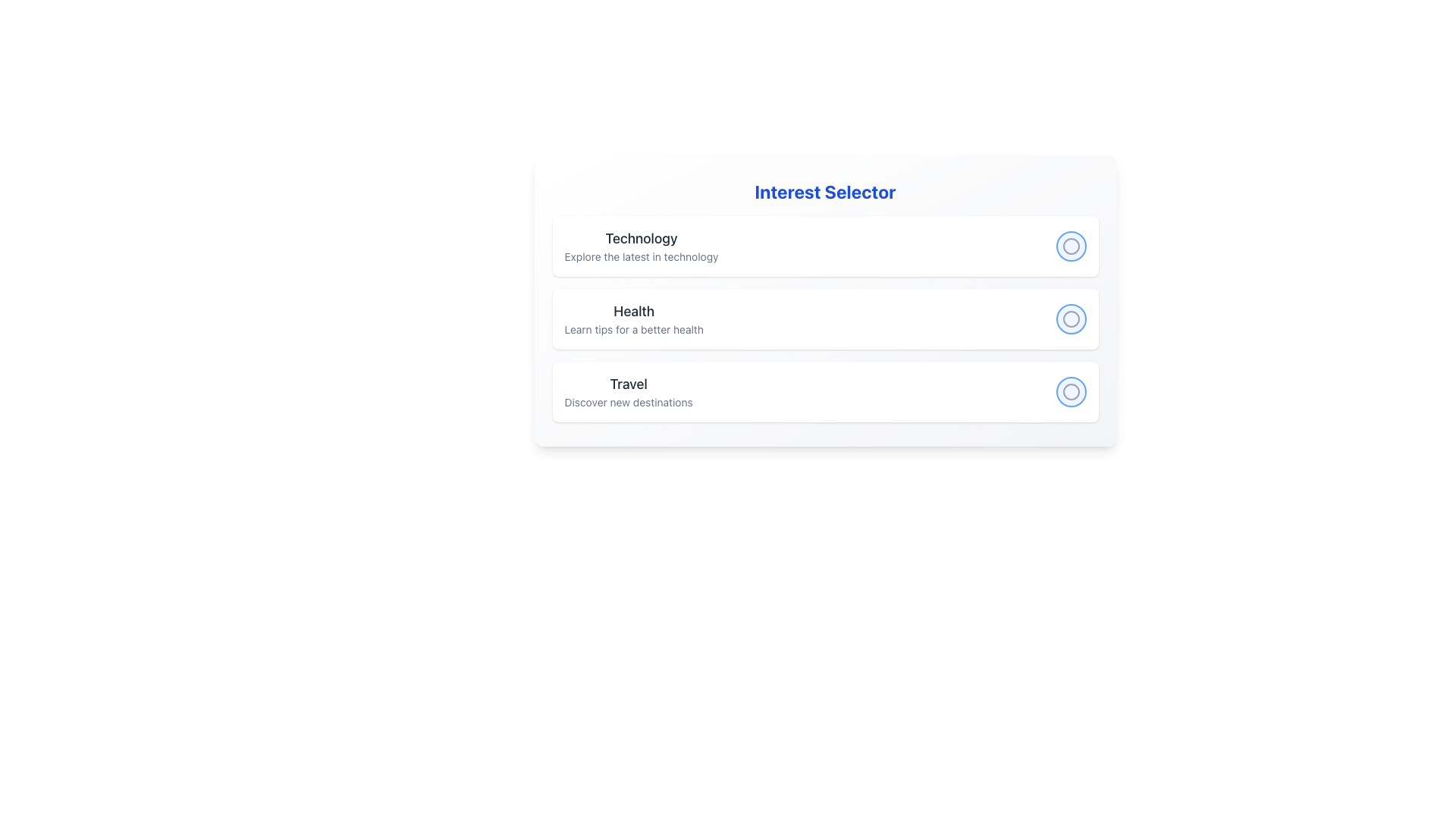  Describe the element at coordinates (1070, 391) in the screenshot. I see `the radio button located in the bottom right corner of the 'Travel' card, which contains the text 'Discover new destinations'` at that location.